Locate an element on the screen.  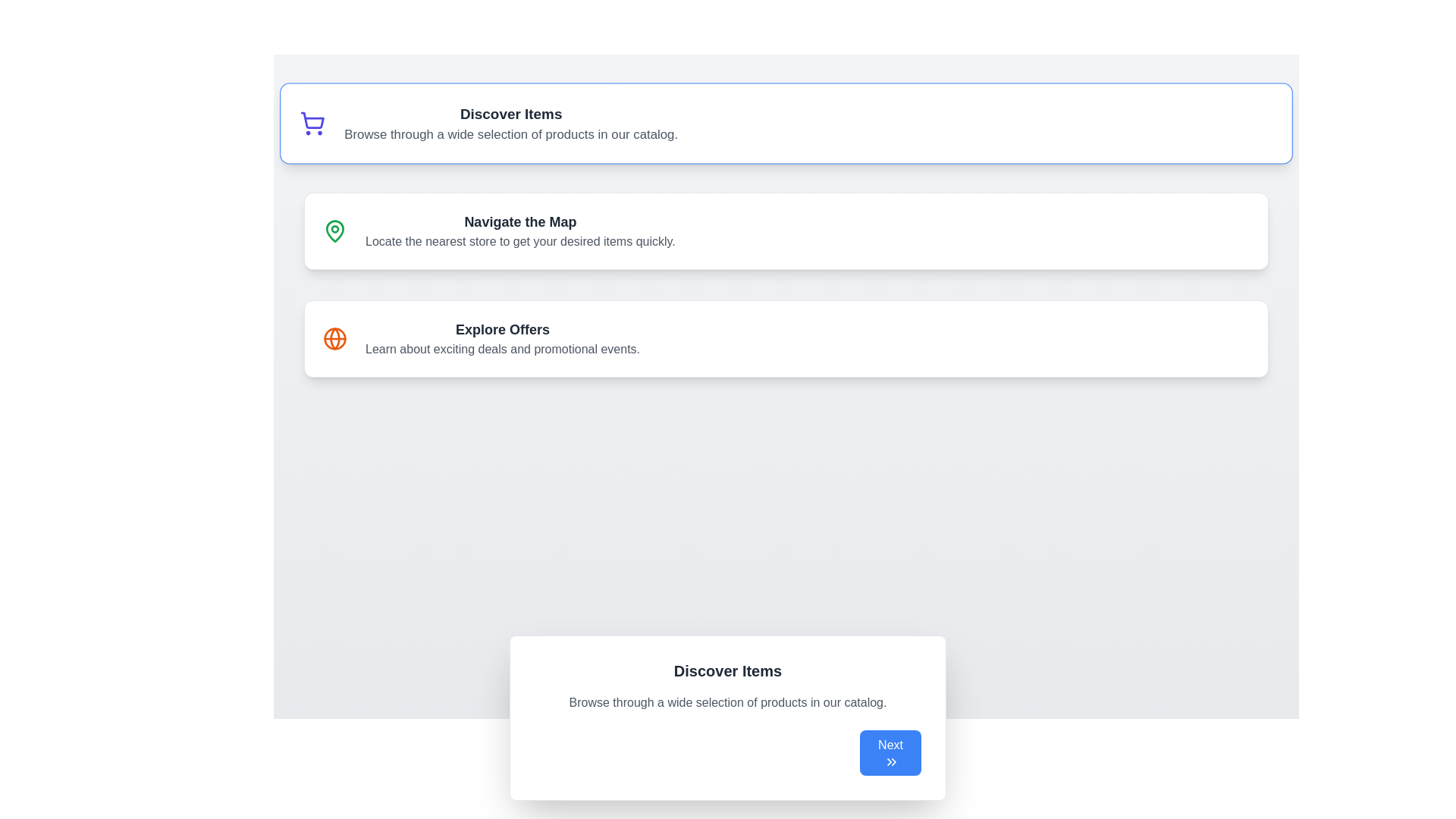
the text that reads 'Locate the nearest store to get your desired items quickly.' positioned under the header 'Navigate the Map.' is located at coordinates (520, 241).